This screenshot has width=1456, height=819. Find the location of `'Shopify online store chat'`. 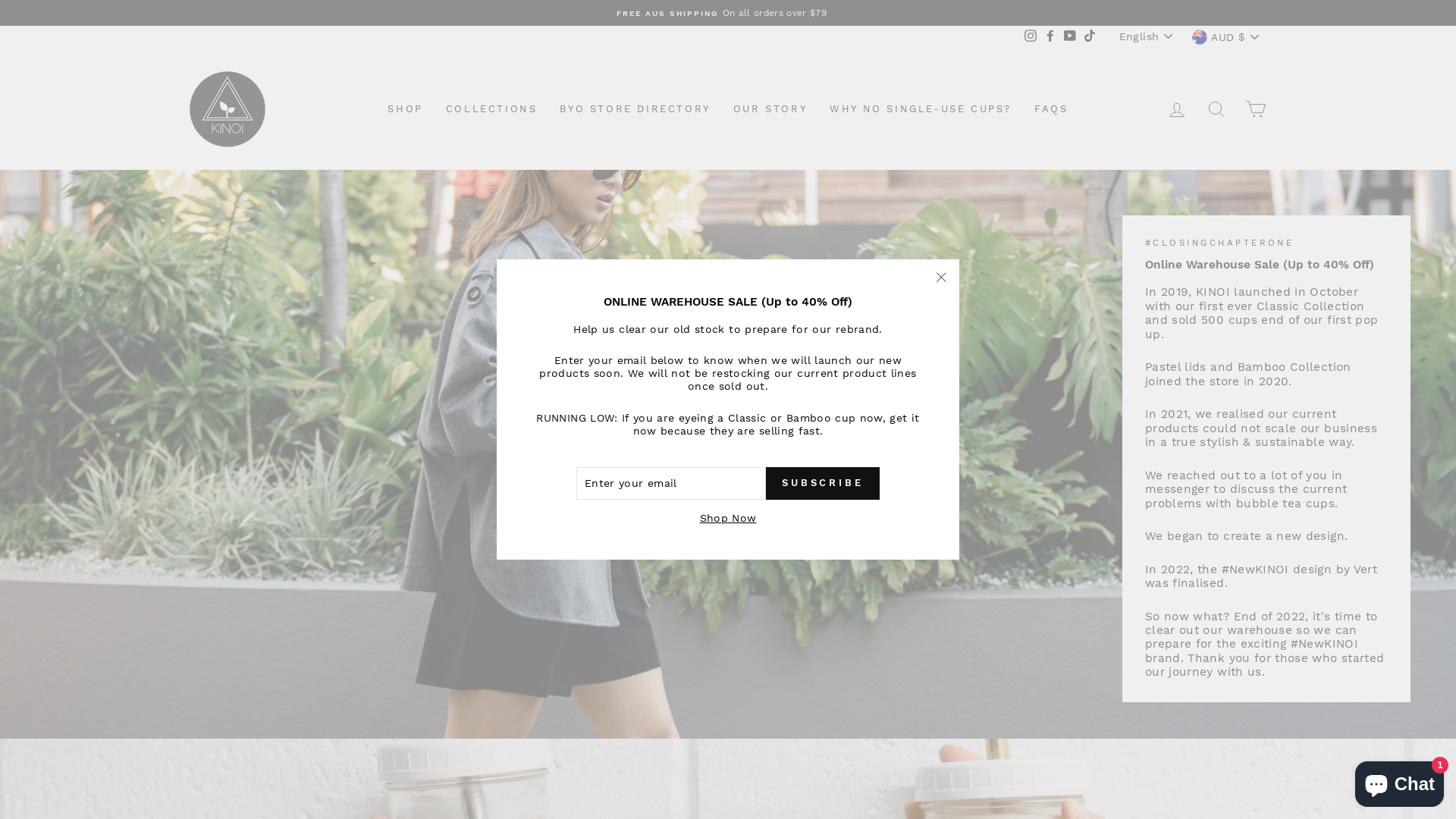

'Shopify online store chat' is located at coordinates (1398, 780).